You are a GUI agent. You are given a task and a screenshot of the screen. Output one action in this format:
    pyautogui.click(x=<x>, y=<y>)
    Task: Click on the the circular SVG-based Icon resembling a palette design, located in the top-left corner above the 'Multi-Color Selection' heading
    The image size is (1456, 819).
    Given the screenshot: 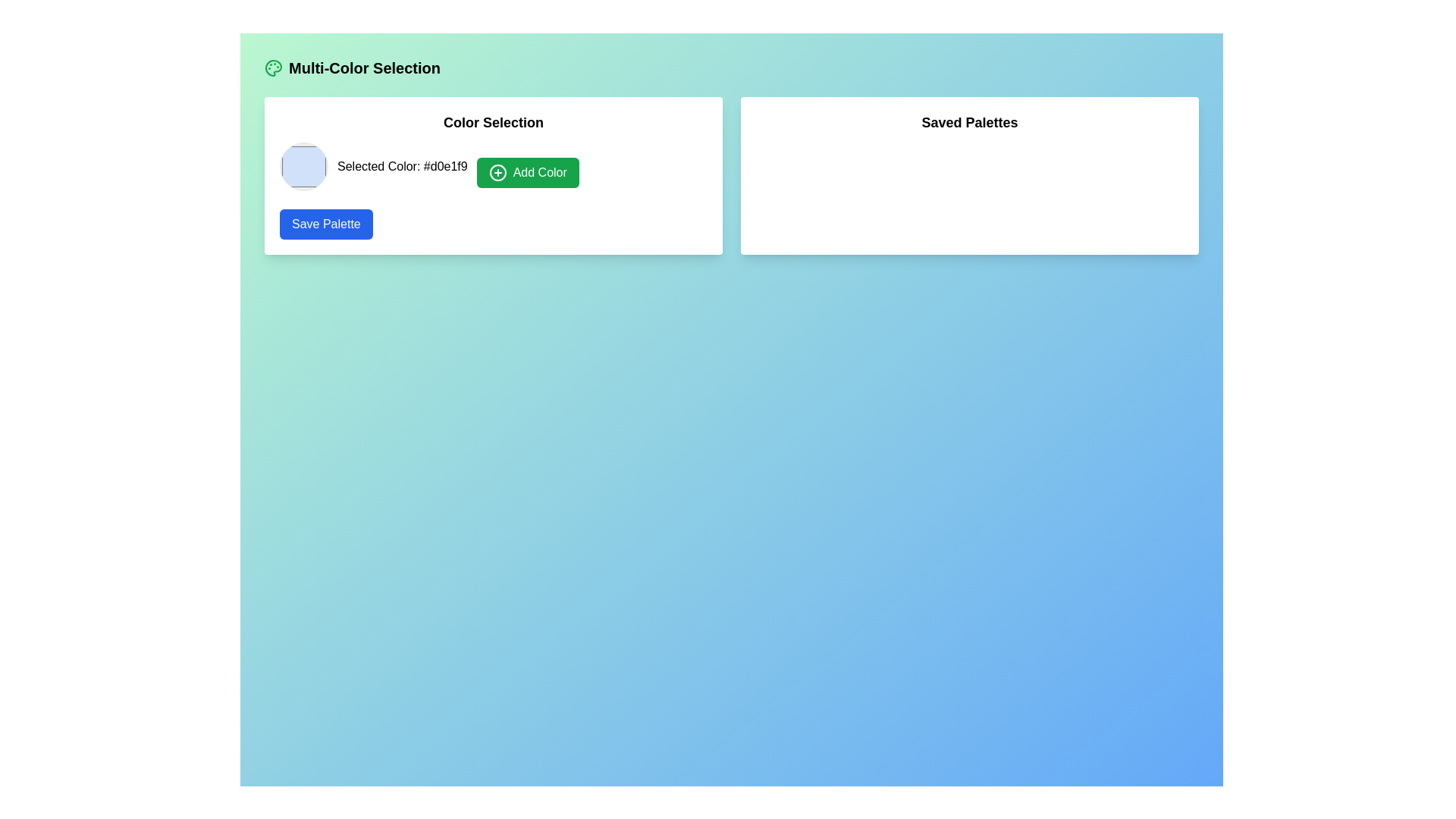 What is the action you would take?
    pyautogui.click(x=273, y=67)
    